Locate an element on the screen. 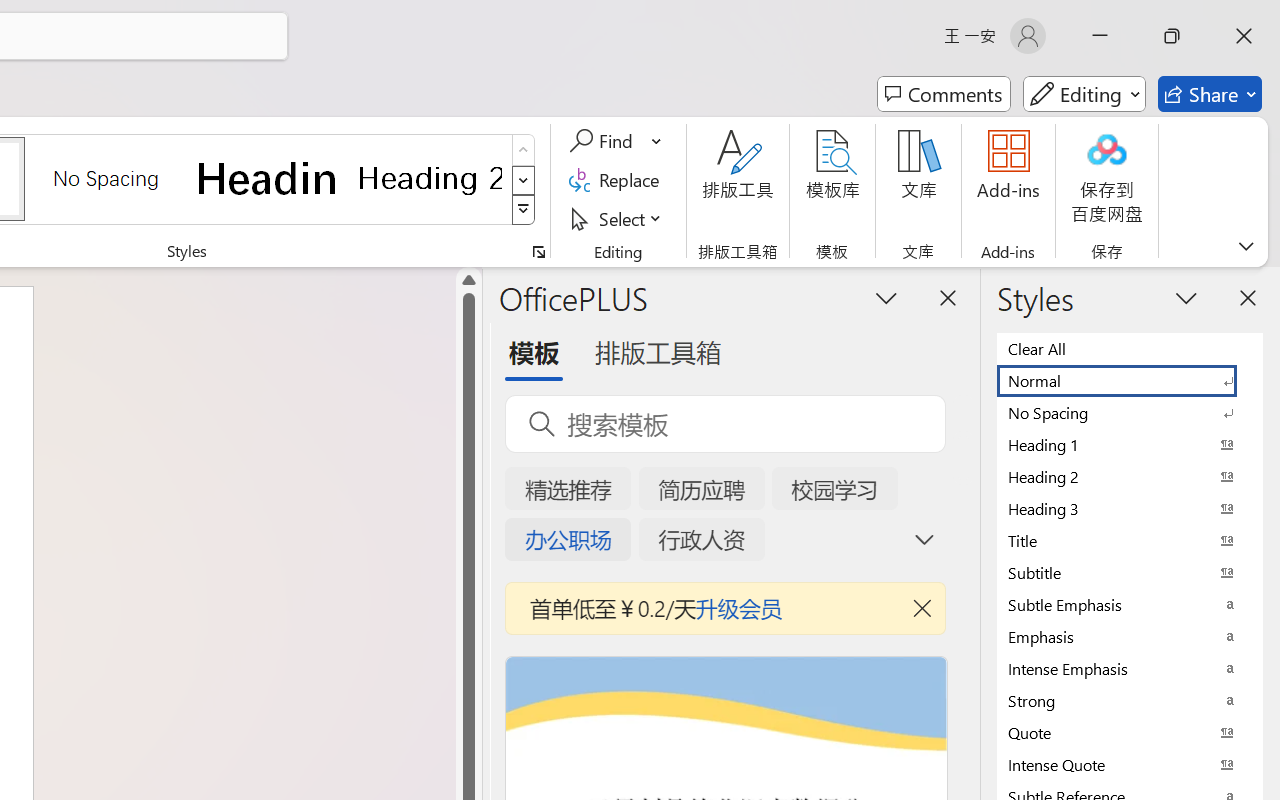 This screenshot has width=1280, height=800. 'Find' is located at coordinates (615, 141).